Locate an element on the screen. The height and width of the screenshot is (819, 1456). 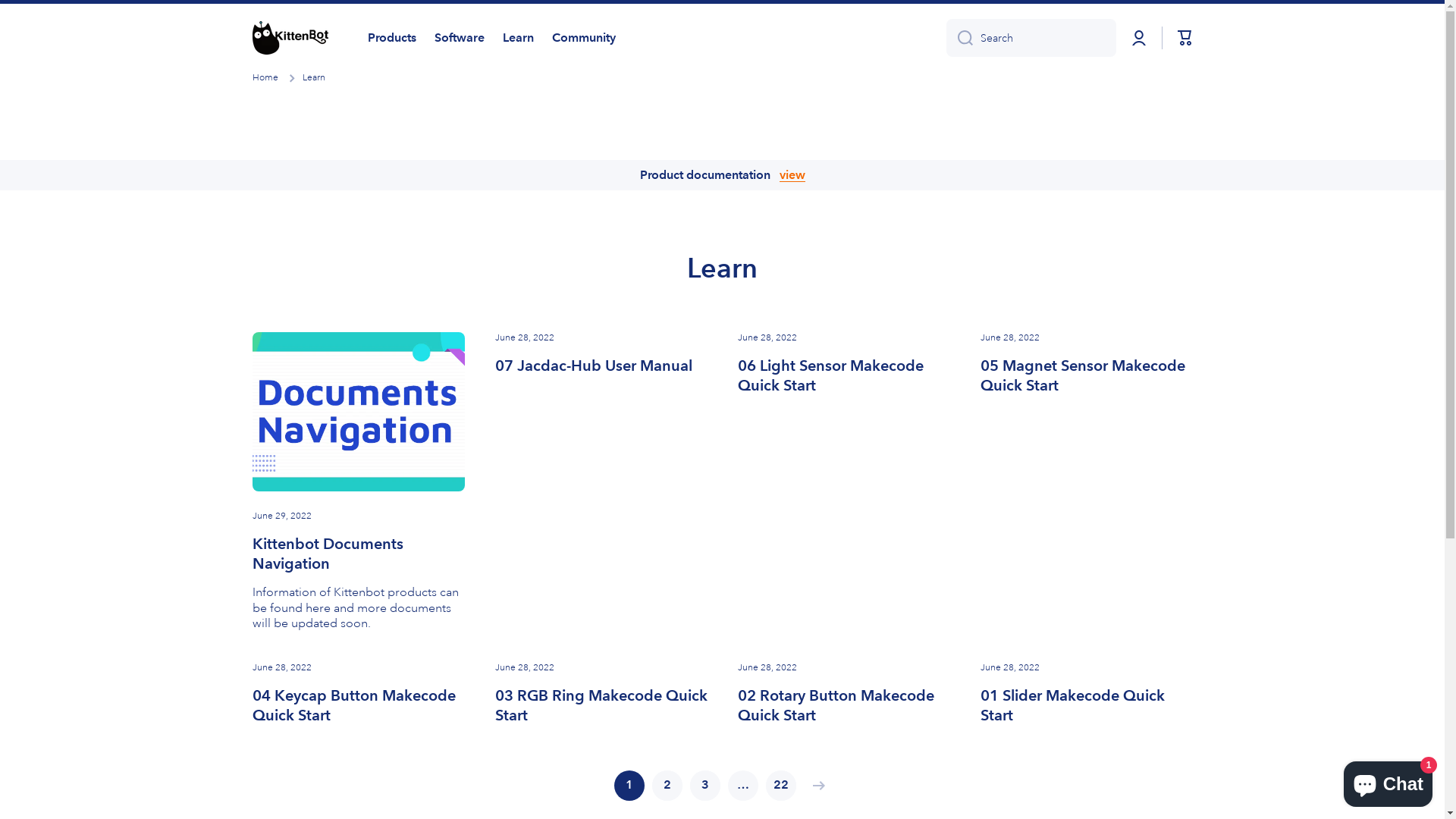
'Product documentation is located at coordinates (721, 174).